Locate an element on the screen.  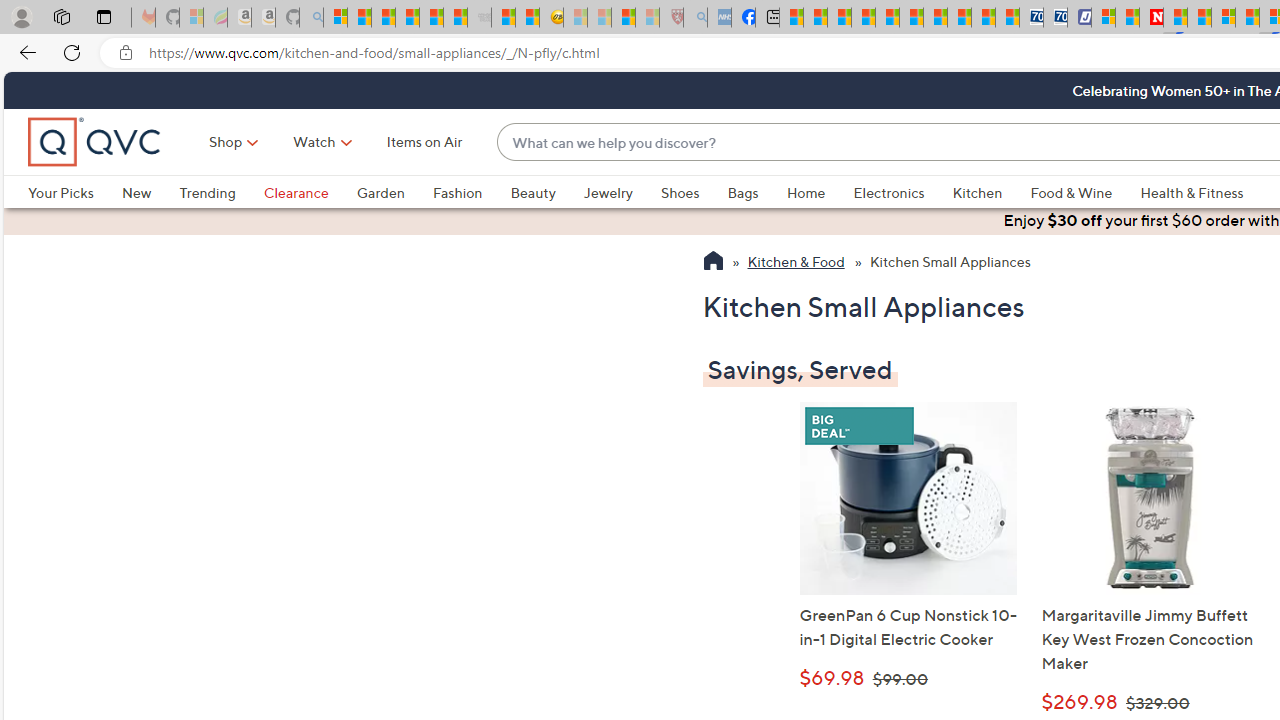
'12 Popular Science Lies that Must be Corrected - Sleeping' is located at coordinates (647, 17).